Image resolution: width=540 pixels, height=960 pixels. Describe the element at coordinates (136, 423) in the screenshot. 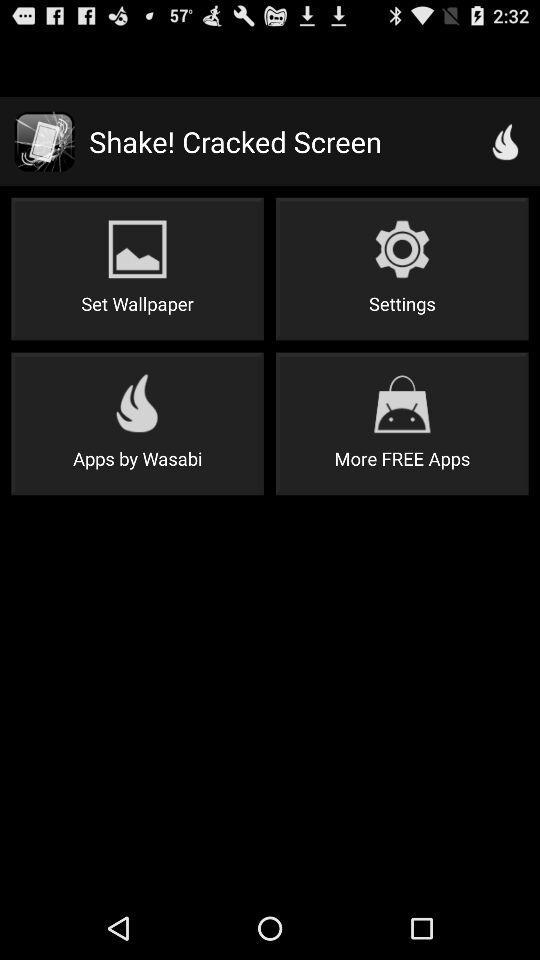

I see `the icon next to the more free apps button` at that location.